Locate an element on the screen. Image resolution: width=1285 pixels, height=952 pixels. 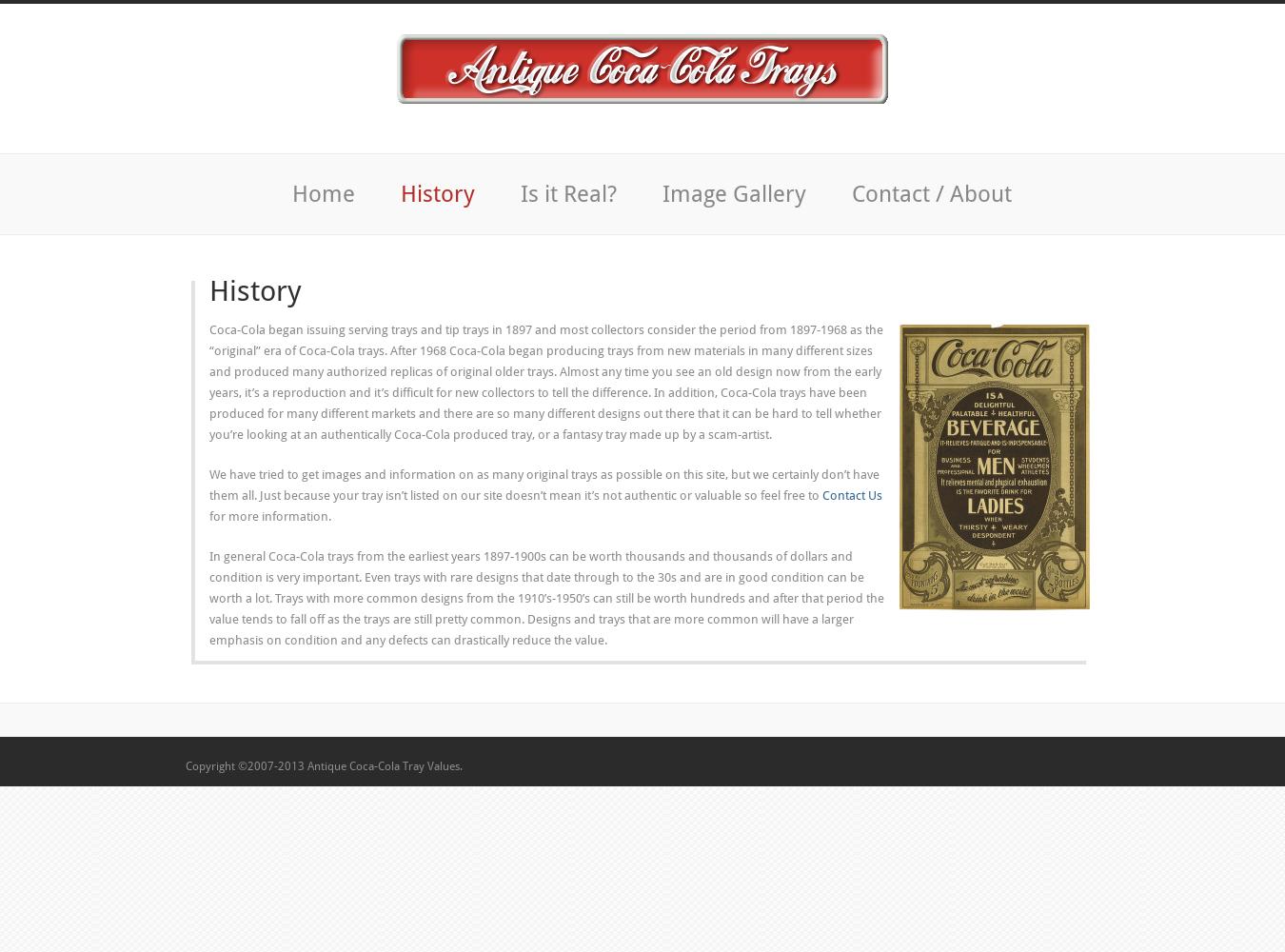
'Contact / About' is located at coordinates (931, 193).